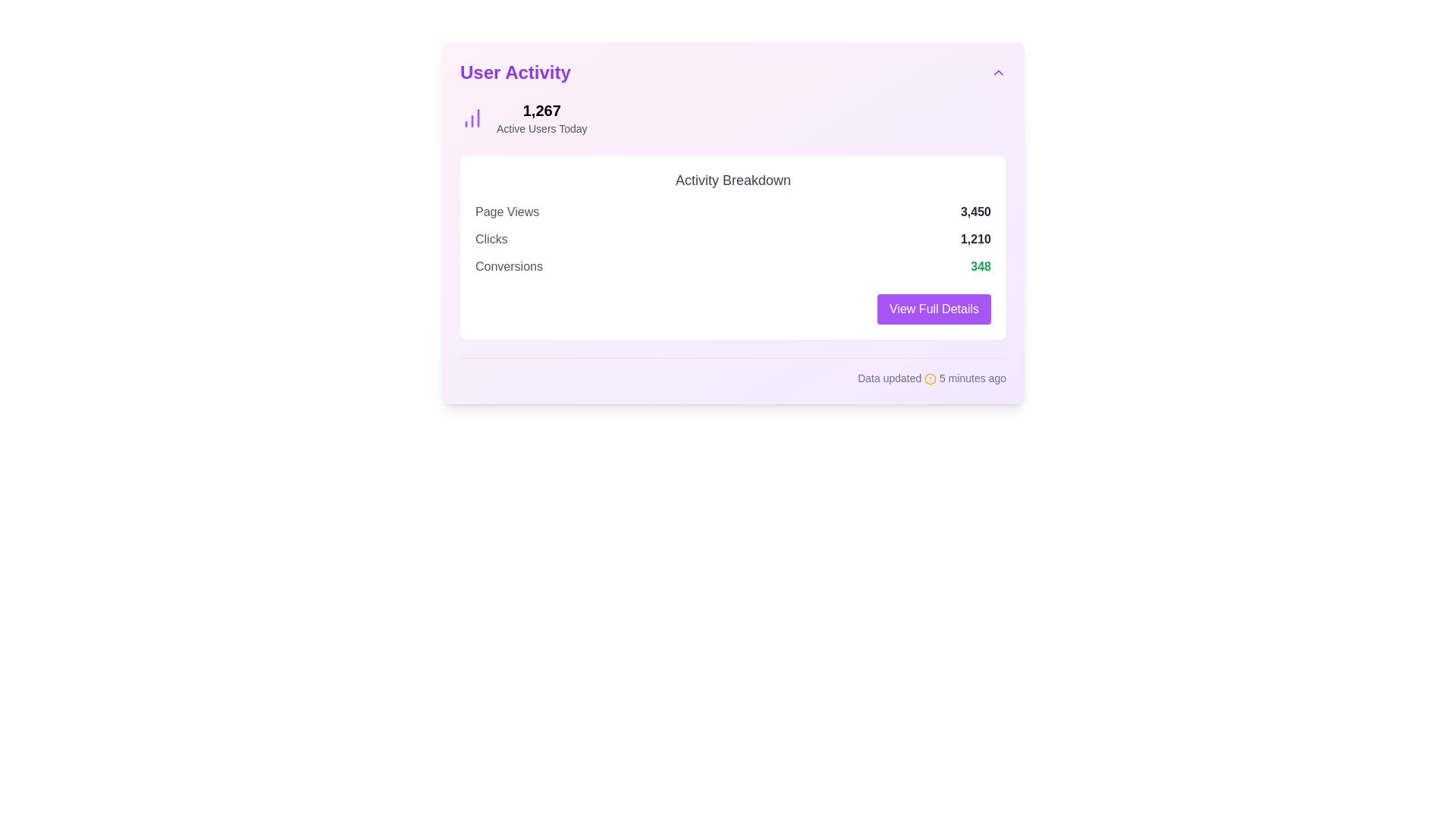  What do you see at coordinates (998, 73) in the screenshot?
I see `the purple chevron-shaped button pointing upwards located at the top-right corner of the 'User Activity' section` at bounding box center [998, 73].